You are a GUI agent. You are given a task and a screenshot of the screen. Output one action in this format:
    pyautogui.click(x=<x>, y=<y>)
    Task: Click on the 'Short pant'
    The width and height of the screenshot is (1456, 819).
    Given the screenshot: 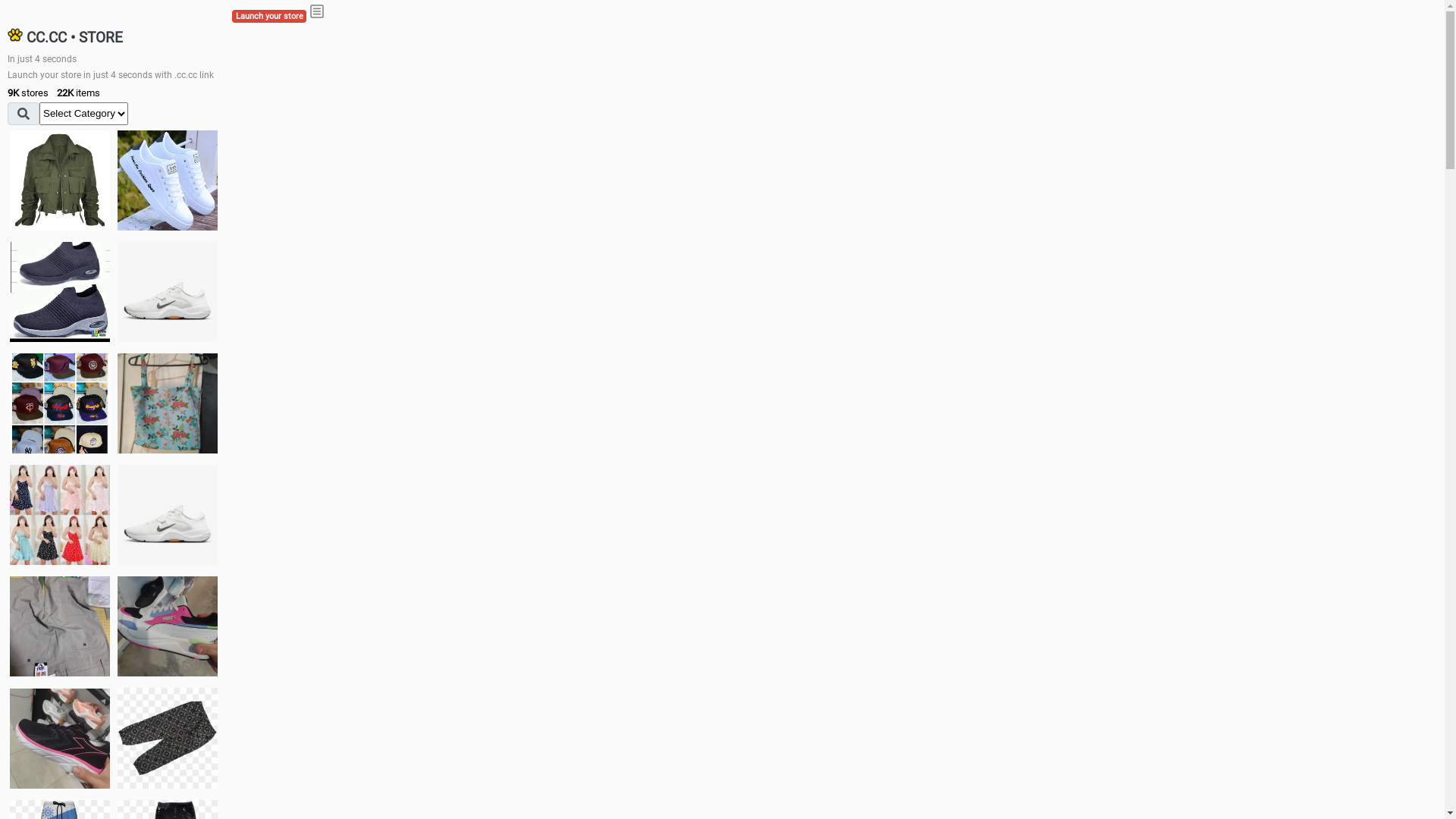 What is the action you would take?
    pyautogui.click(x=116, y=736)
    